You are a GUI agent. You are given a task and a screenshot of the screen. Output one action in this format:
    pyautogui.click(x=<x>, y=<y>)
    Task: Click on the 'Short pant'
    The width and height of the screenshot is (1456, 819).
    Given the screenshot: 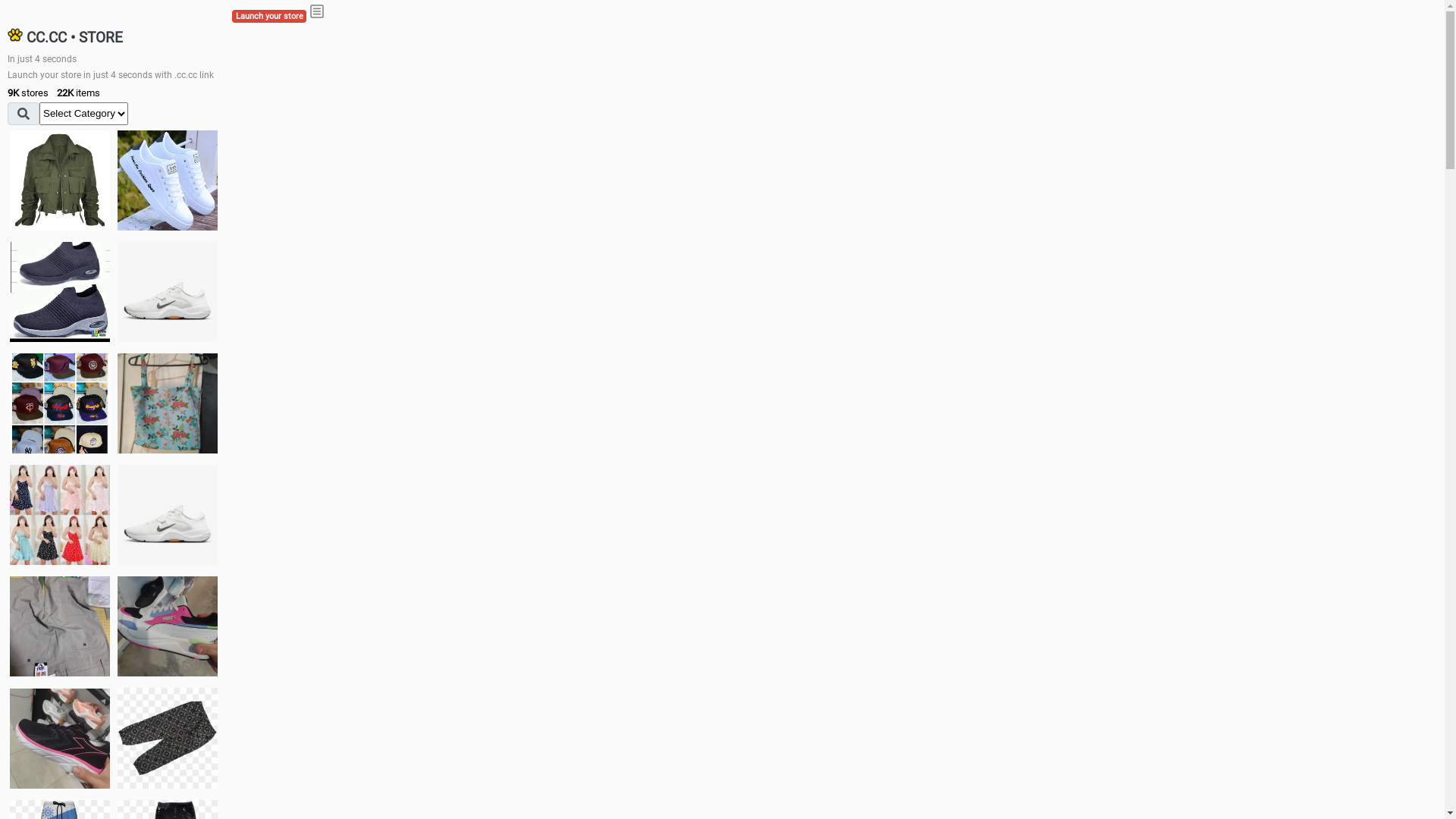 What is the action you would take?
    pyautogui.click(x=116, y=736)
    